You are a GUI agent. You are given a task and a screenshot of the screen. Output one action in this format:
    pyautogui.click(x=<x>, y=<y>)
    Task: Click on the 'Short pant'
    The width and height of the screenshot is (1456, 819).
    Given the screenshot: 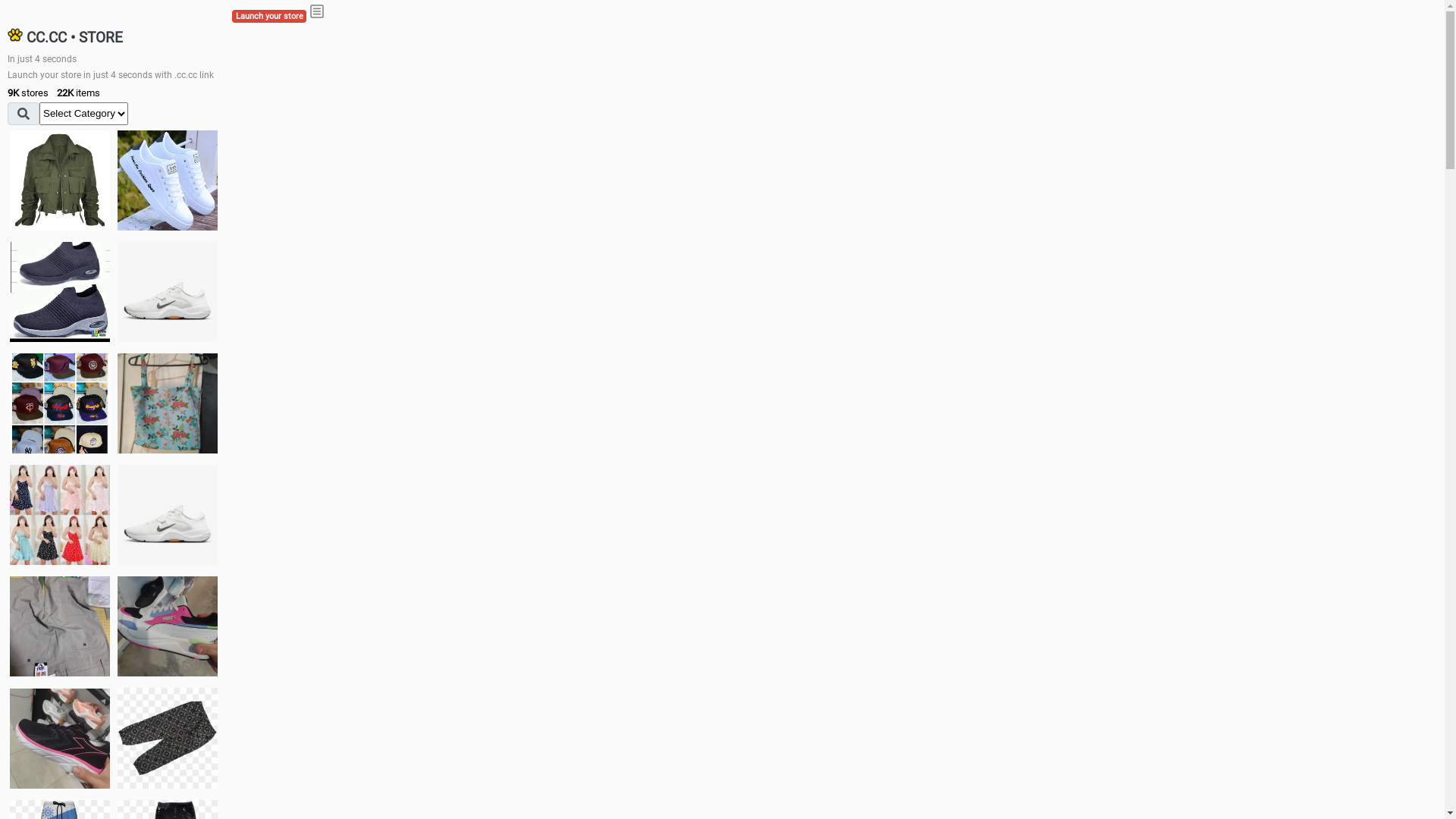 What is the action you would take?
    pyautogui.click(x=116, y=736)
    